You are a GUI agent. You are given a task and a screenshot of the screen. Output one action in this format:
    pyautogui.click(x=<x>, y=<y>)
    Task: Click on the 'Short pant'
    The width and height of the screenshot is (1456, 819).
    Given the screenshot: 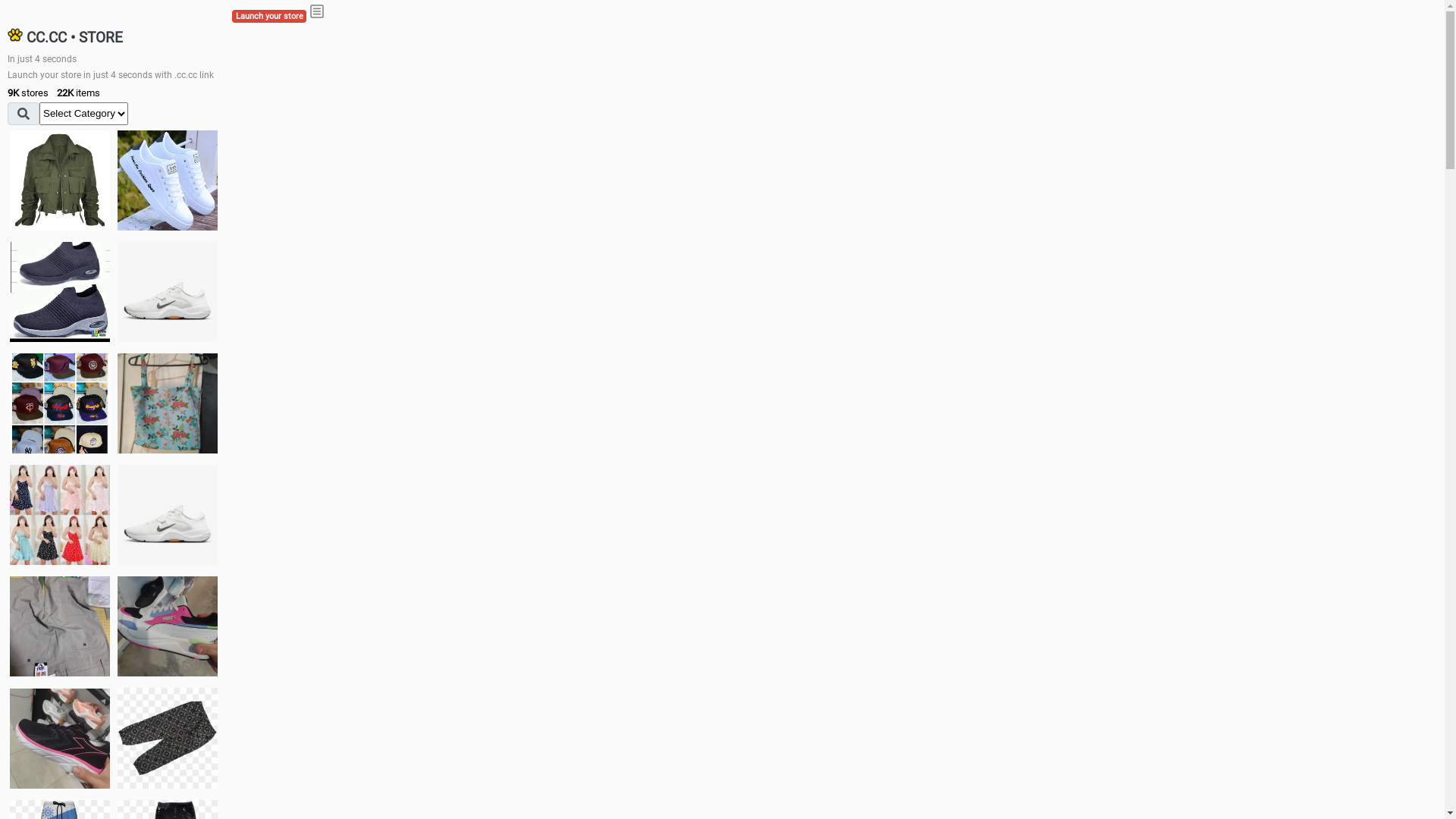 What is the action you would take?
    pyautogui.click(x=116, y=736)
    